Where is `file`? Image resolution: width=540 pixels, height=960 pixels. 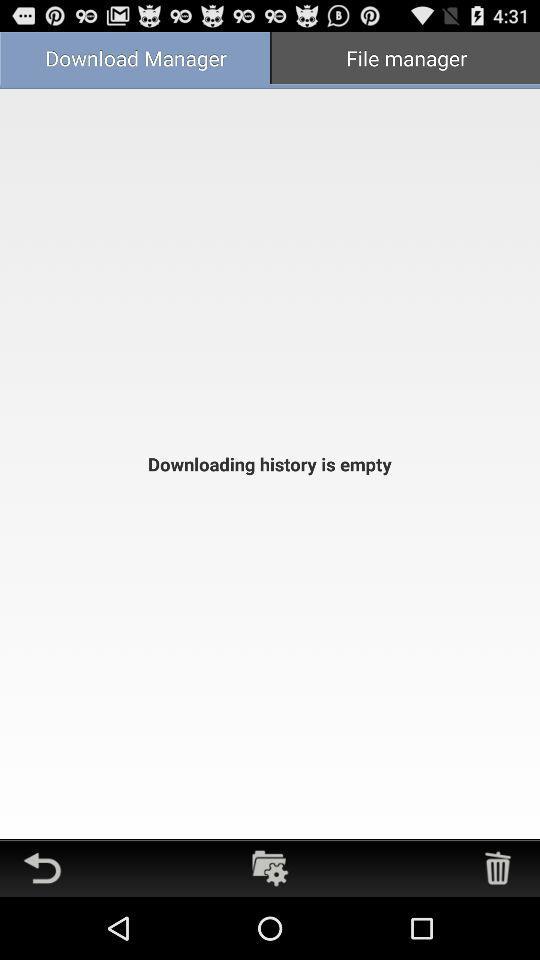 file is located at coordinates (270, 867).